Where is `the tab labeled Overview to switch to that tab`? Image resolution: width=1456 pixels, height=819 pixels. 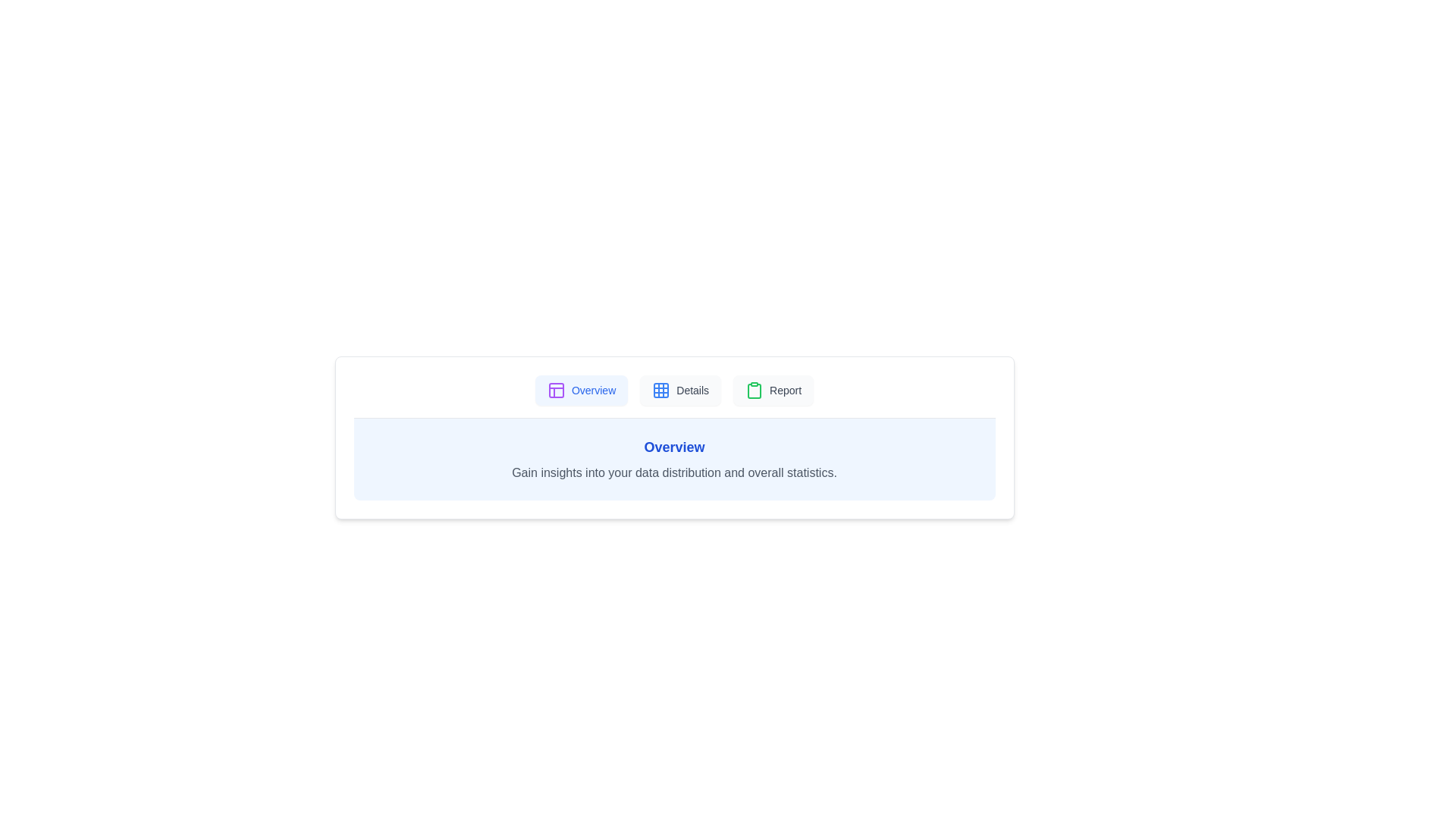 the tab labeled Overview to switch to that tab is located at coordinates (581, 390).